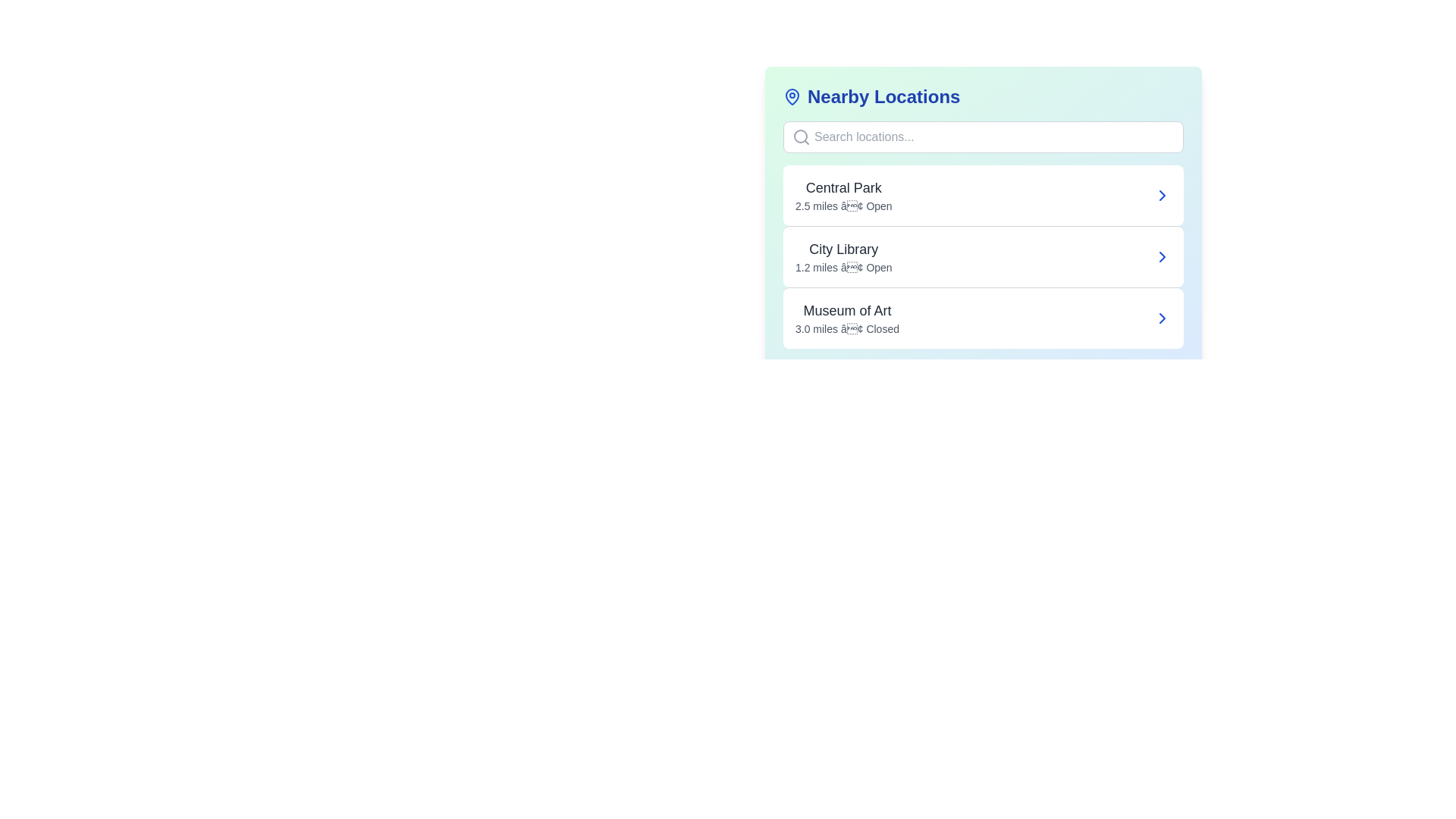 The image size is (1456, 819). What do you see at coordinates (843, 187) in the screenshot?
I see `the location title` at bounding box center [843, 187].